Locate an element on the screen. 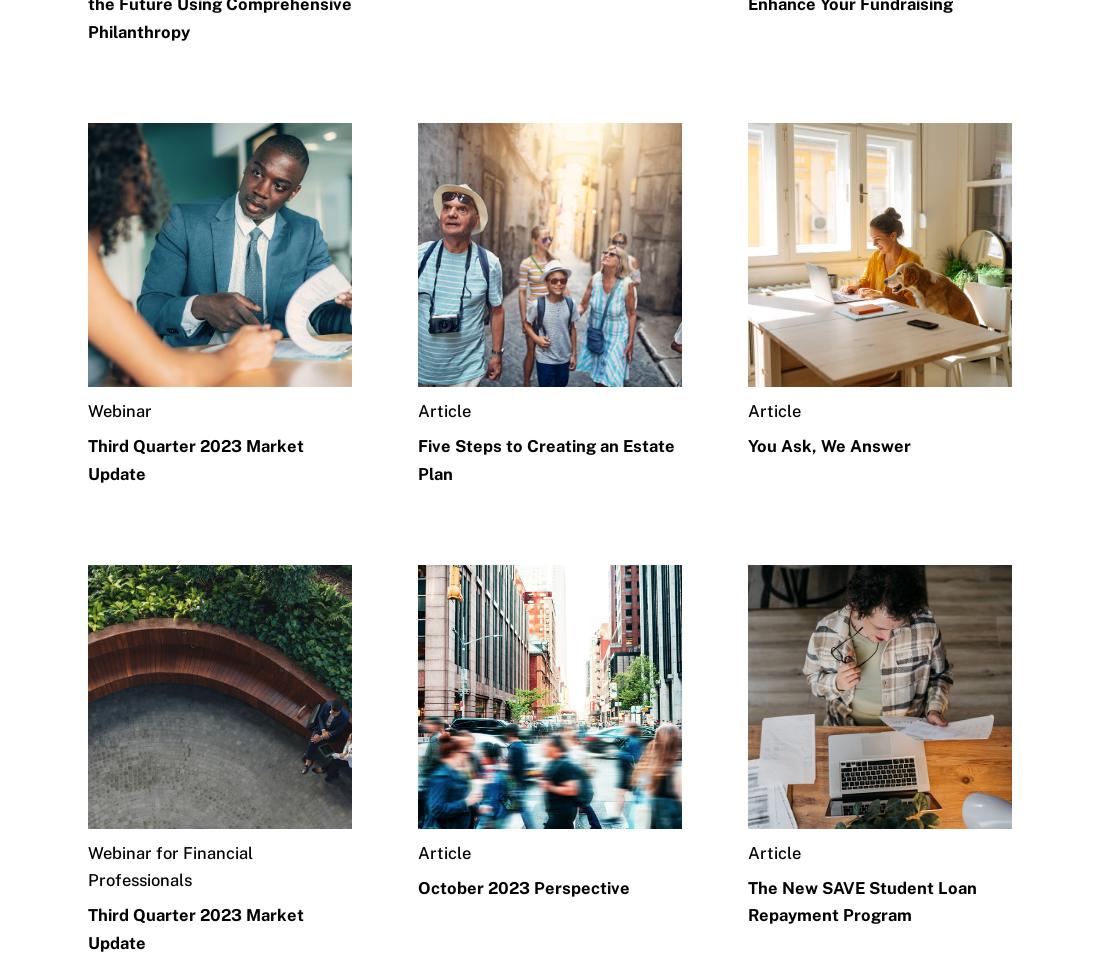  'Whistleblower Policy' is located at coordinates (164, 943).